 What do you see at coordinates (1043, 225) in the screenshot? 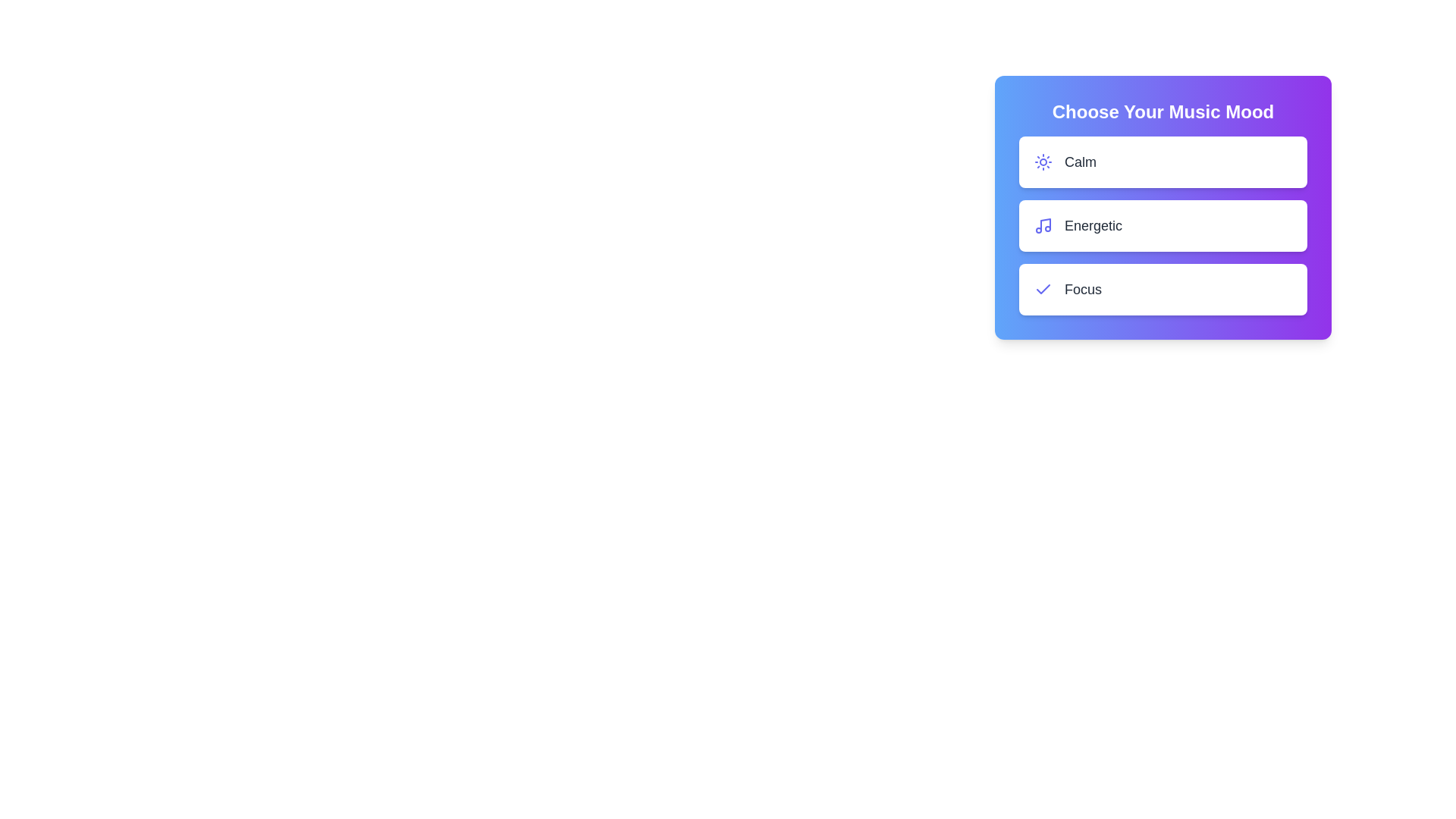
I see `the 'Energetic' mood icon located in the second option card of the list box, positioned to the far left` at bounding box center [1043, 225].